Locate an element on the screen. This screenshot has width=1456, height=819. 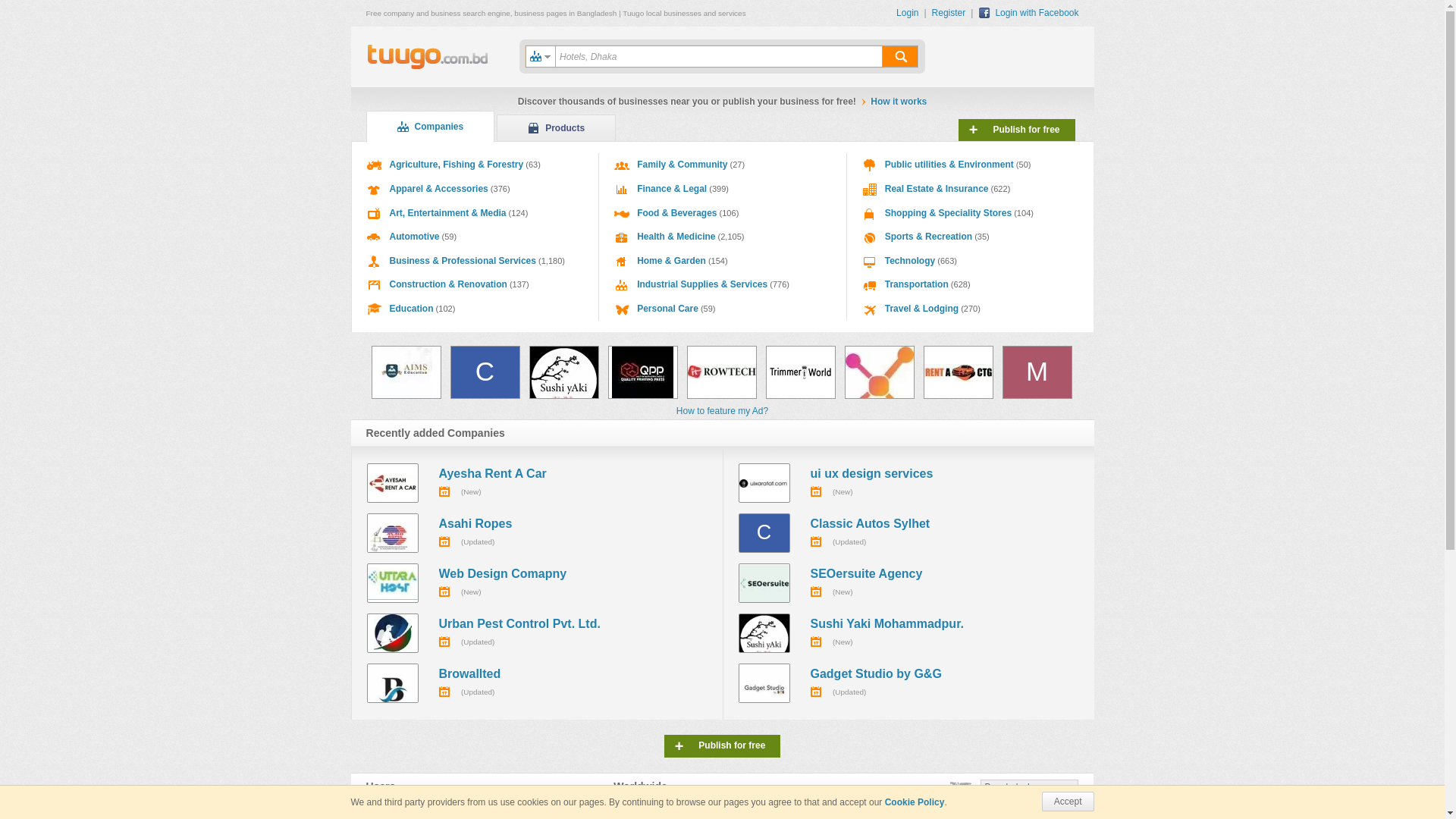
'How to feature my Ad?' is located at coordinates (721, 411).